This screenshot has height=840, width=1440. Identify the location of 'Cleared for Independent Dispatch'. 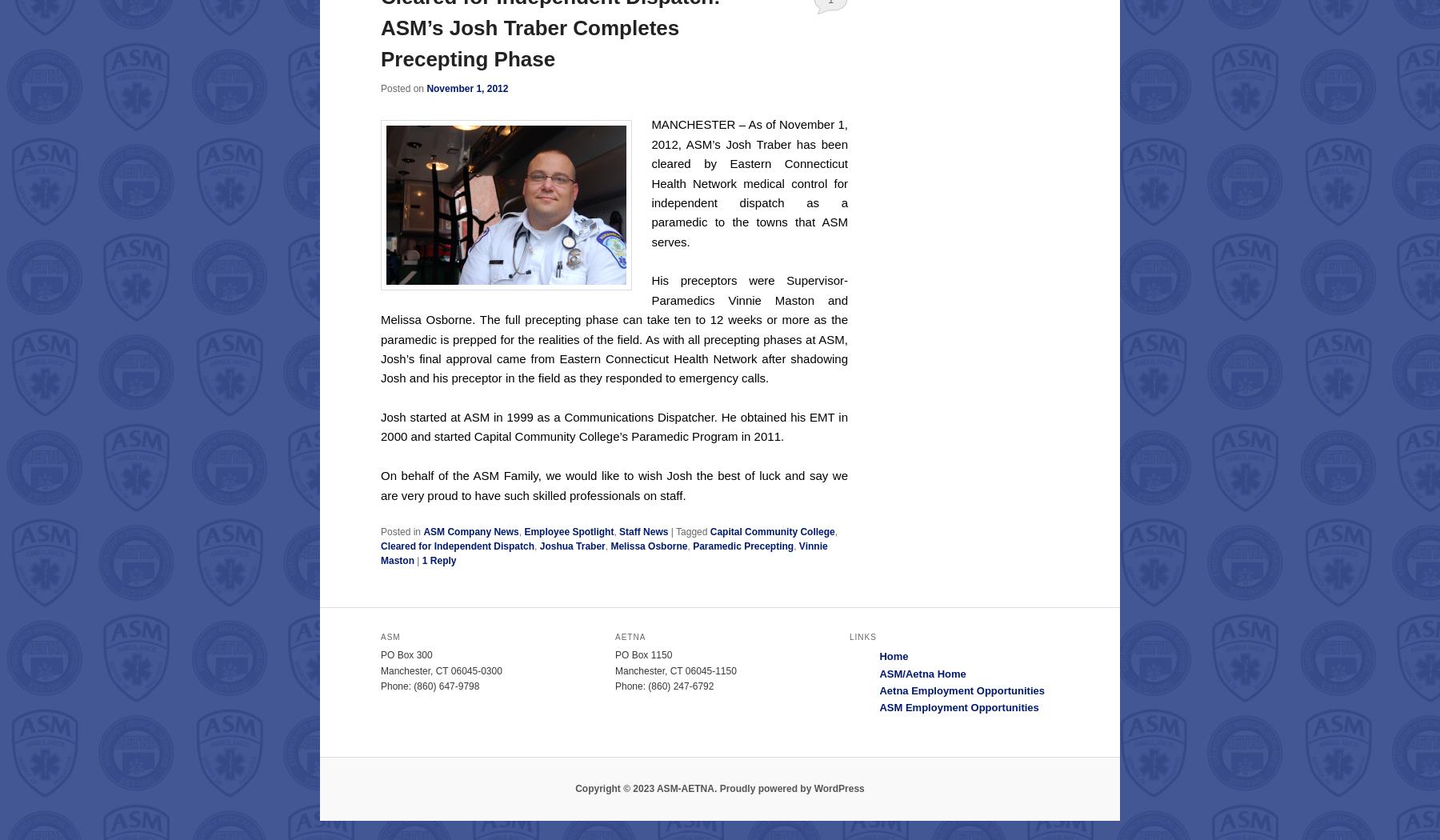
(379, 546).